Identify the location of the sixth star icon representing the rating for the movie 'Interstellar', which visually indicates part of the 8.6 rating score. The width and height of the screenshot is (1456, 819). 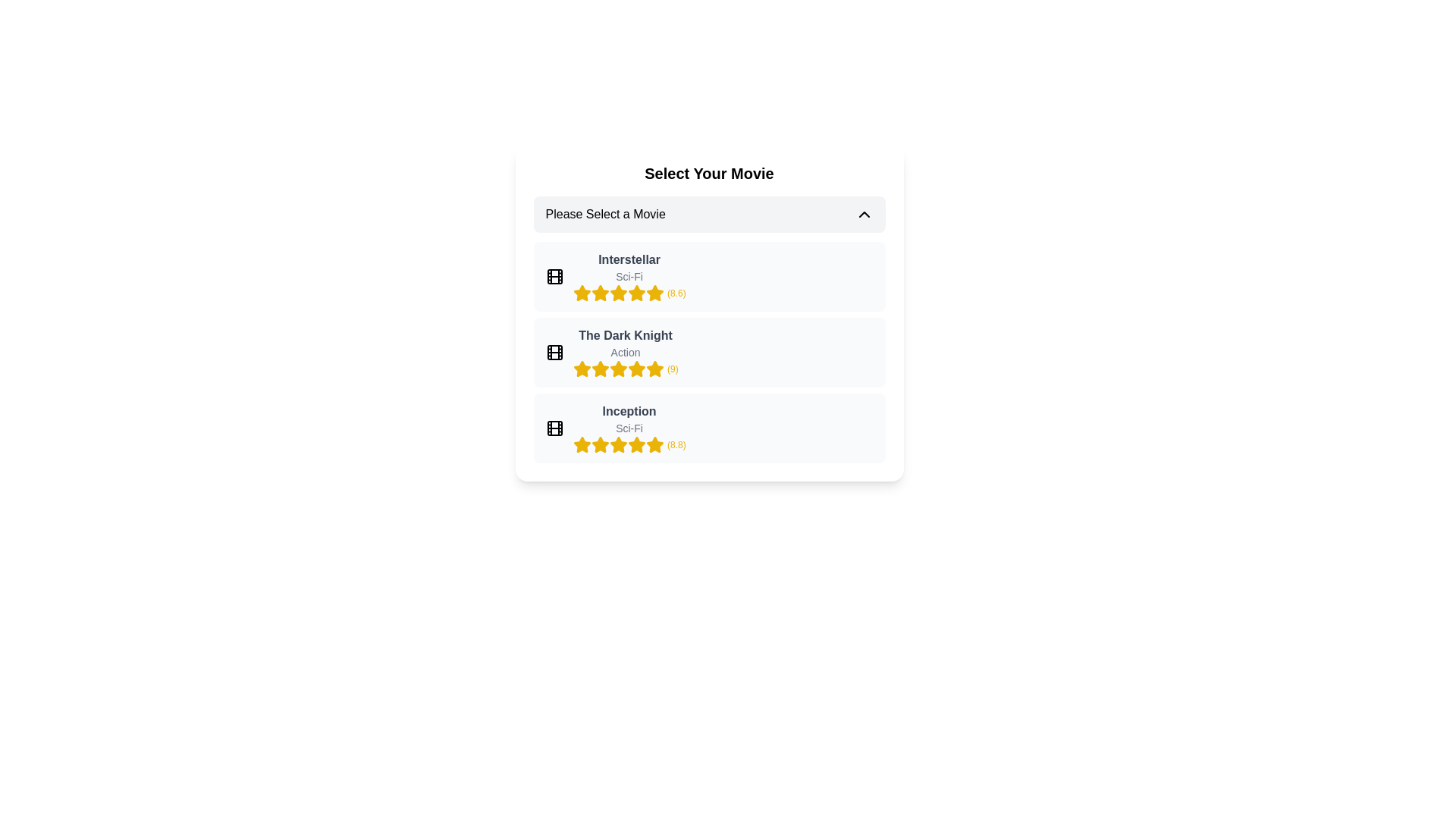
(636, 293).